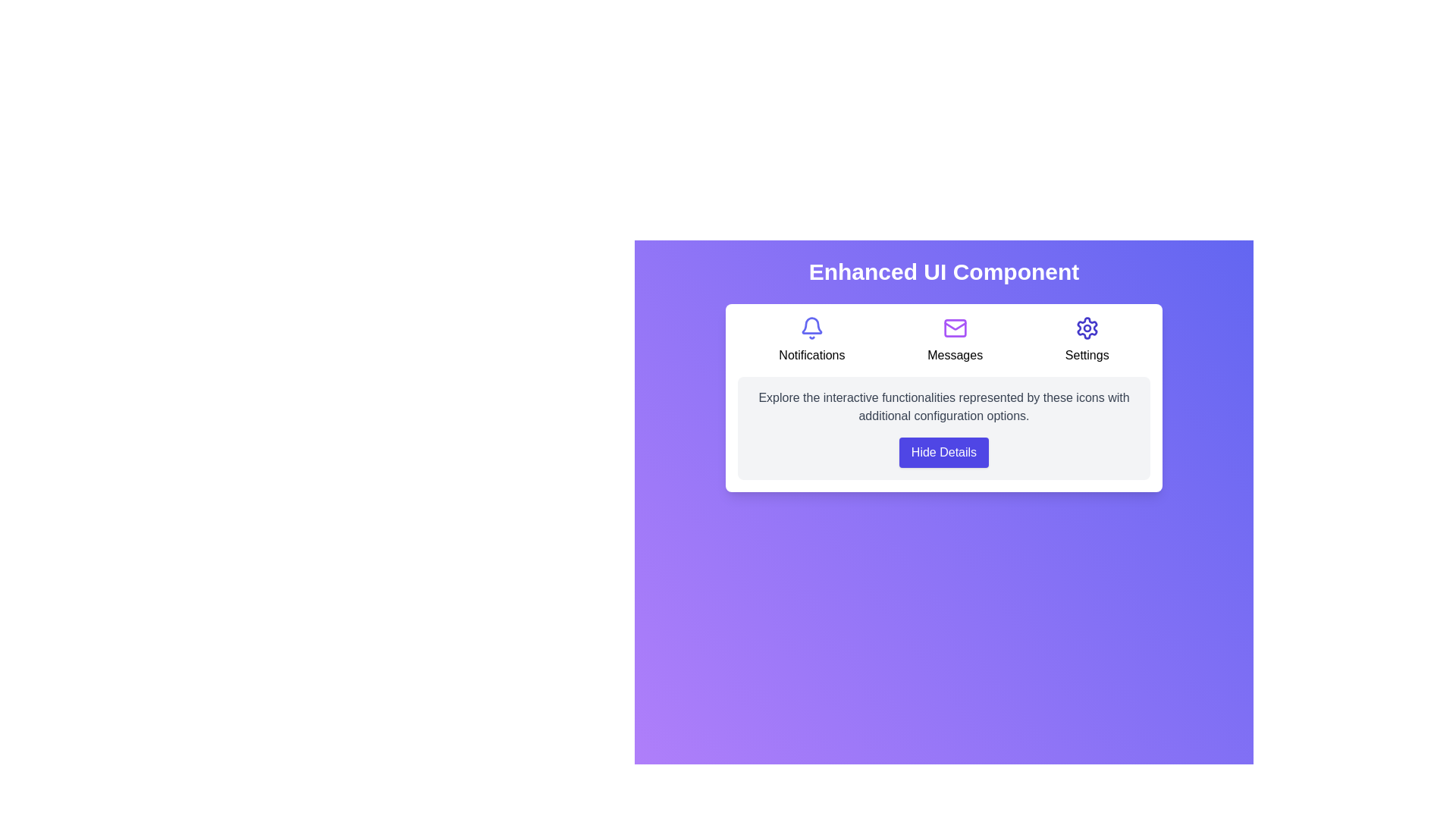  What do you see at coordinates (954, 339) in the screenshot?
I see `the button located between 'Notifications' and 'Settings'` at bounding box center [954, 339].